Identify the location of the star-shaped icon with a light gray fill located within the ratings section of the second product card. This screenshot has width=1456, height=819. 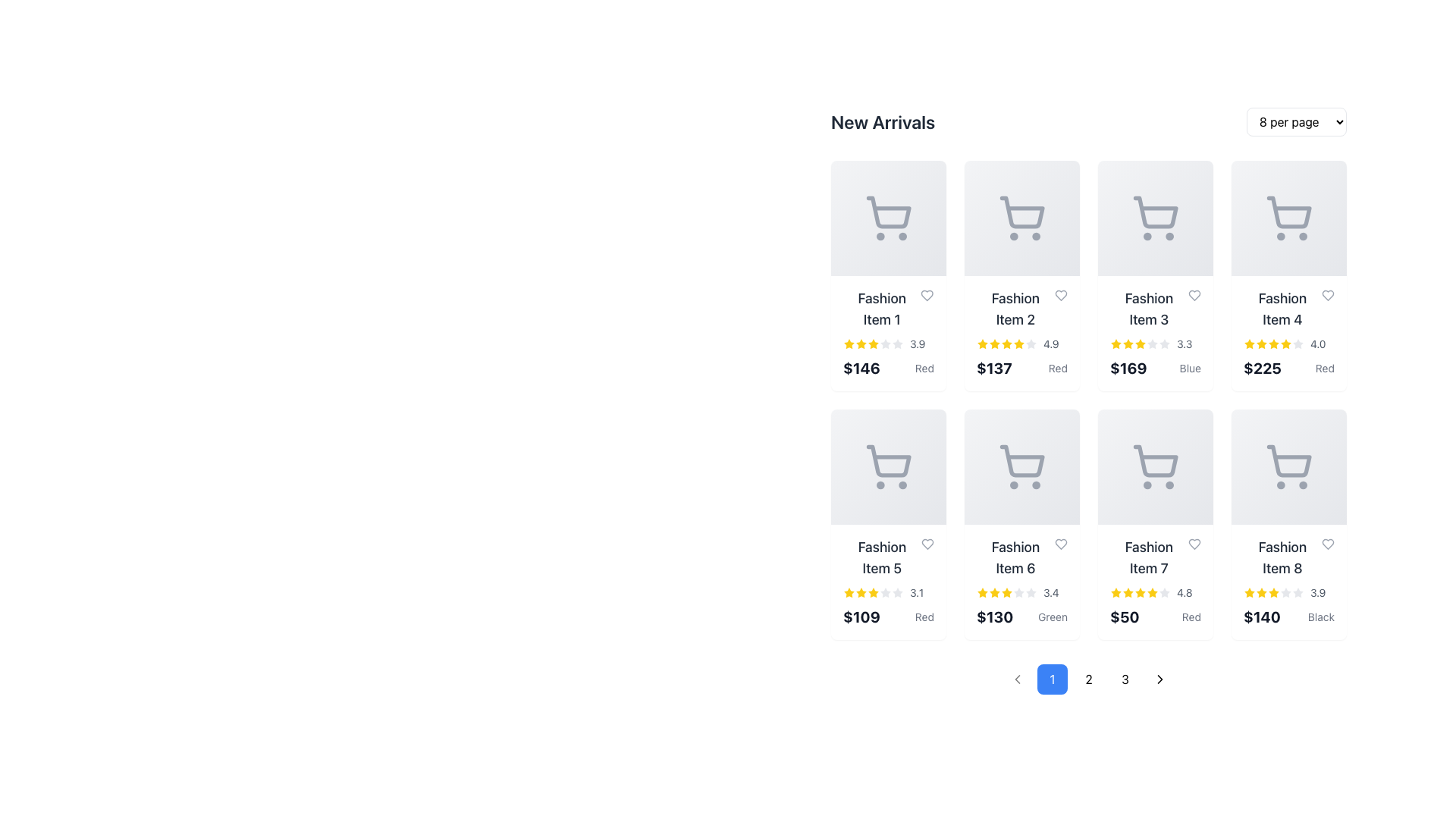
(1031, 344).